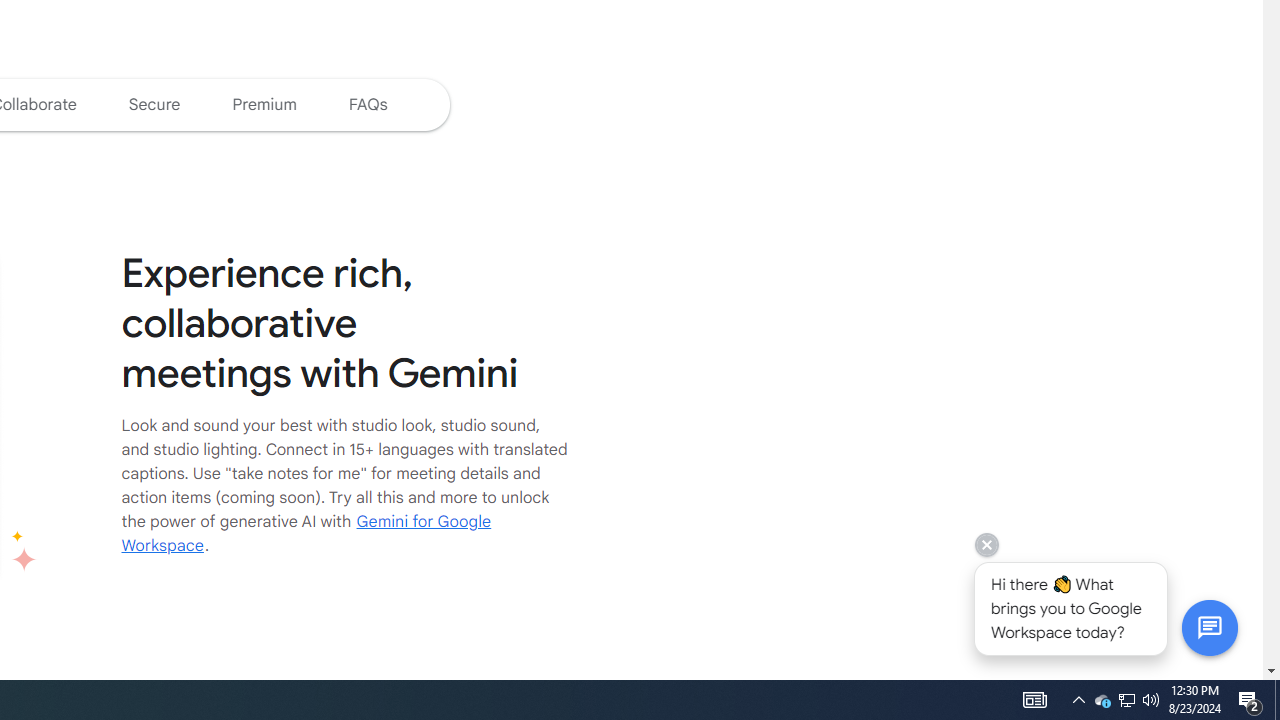  I want to click on 'Jump to the secure section of the page', so click(153, 104).